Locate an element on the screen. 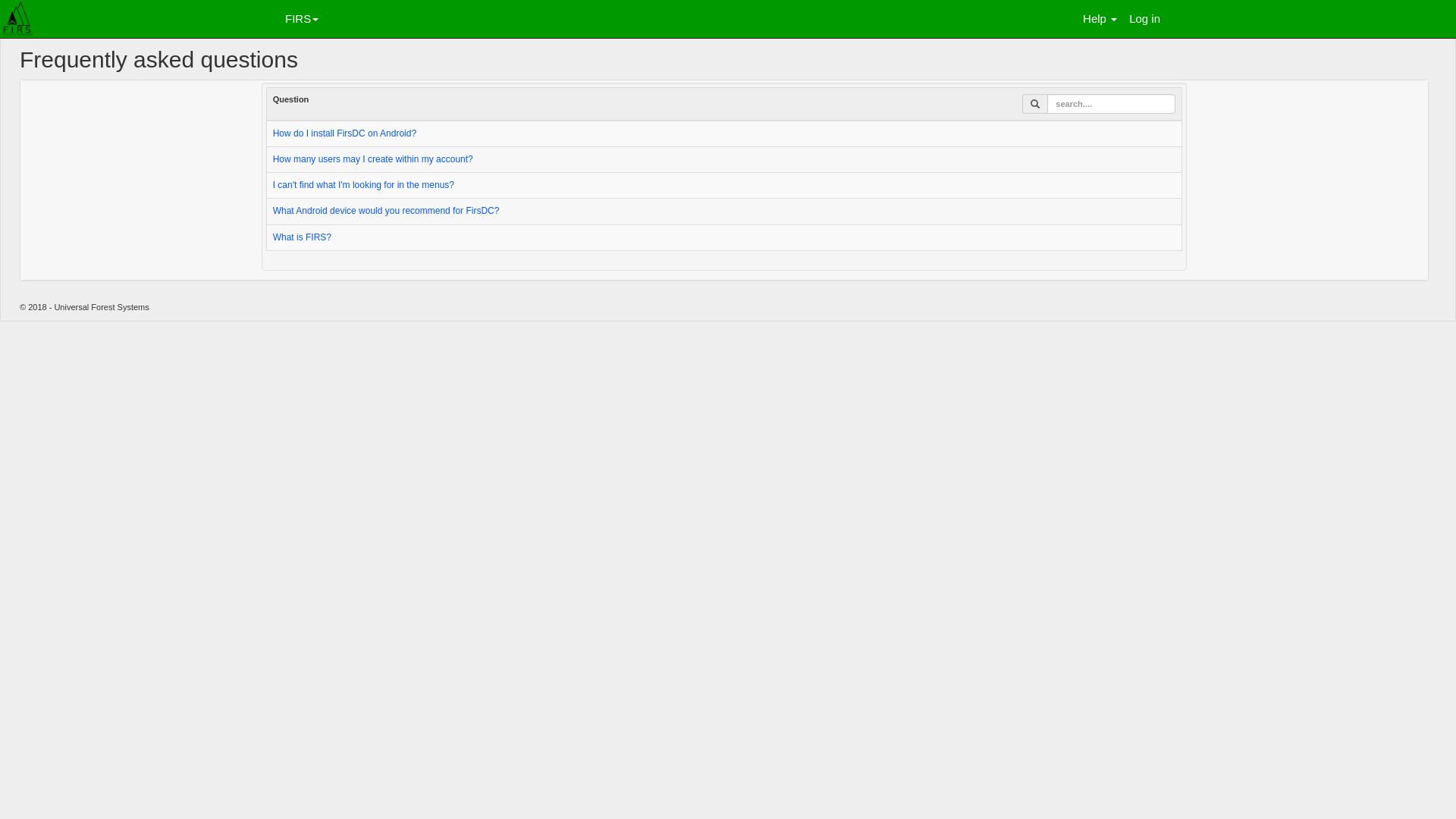  'I can't find what I'm looking for in the menus?' is located at coordinates (362, 184).